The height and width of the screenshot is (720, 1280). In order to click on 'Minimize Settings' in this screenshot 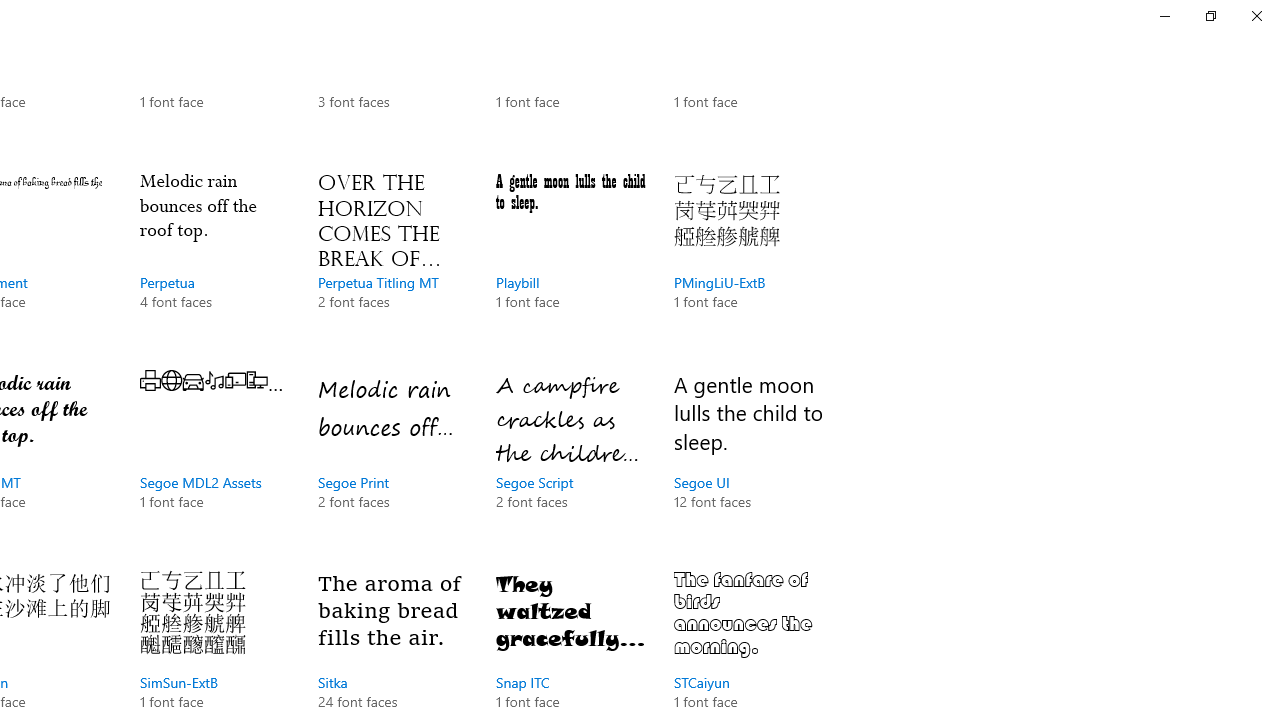, I will do `click(1164, 15)`.